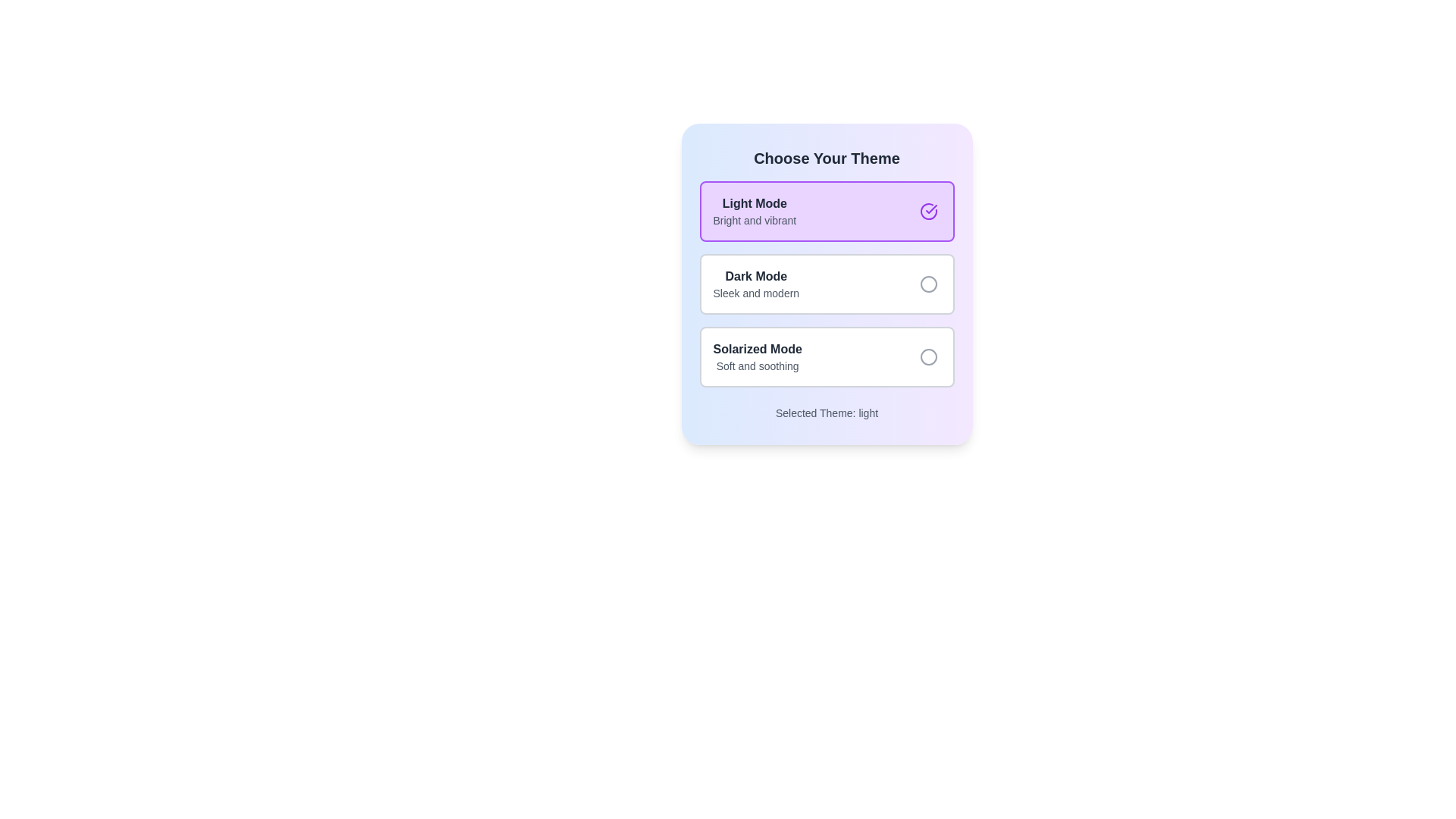 This screenshot has height=819, width=1456. Describe the element at coordinates (927, 356) in the screenshot. I see `the gray circular radio button aligned with the 'Solarized Mode' theme option` at that location.